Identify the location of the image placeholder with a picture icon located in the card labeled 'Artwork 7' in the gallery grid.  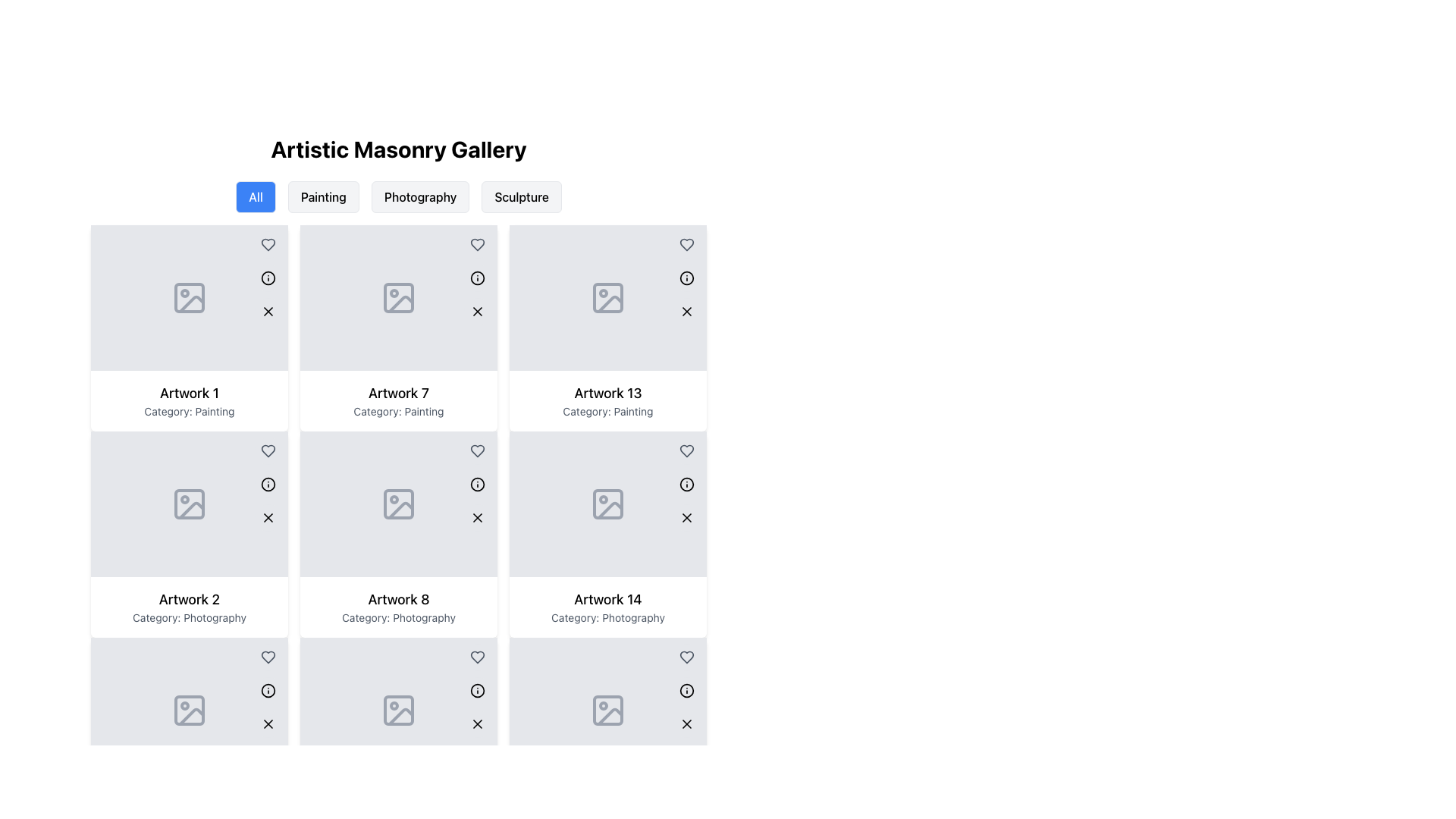
(399, 298).